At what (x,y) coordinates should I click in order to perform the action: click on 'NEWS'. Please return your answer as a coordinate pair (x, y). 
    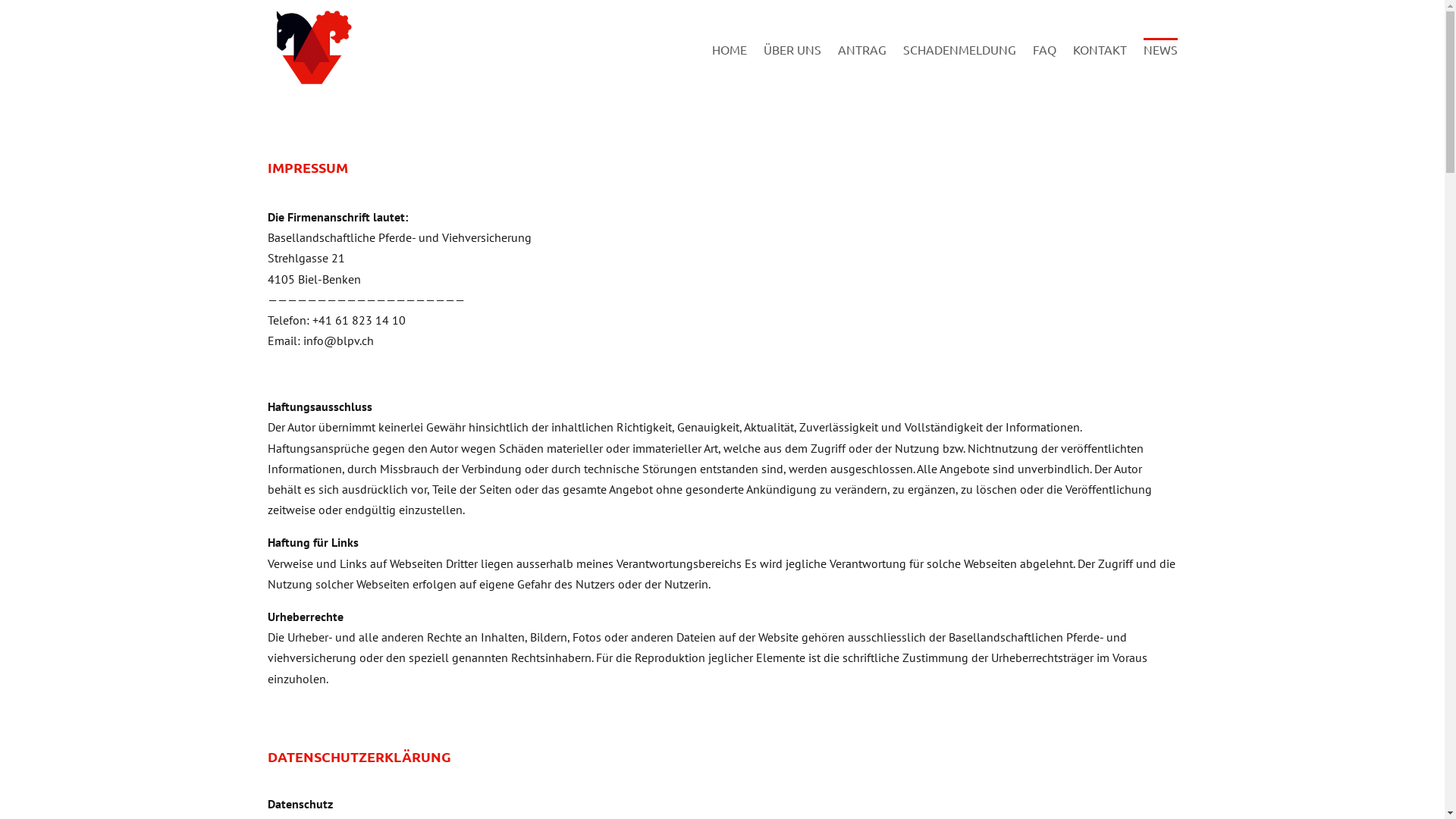
    Looking at the image, I should click on (1143, 67).